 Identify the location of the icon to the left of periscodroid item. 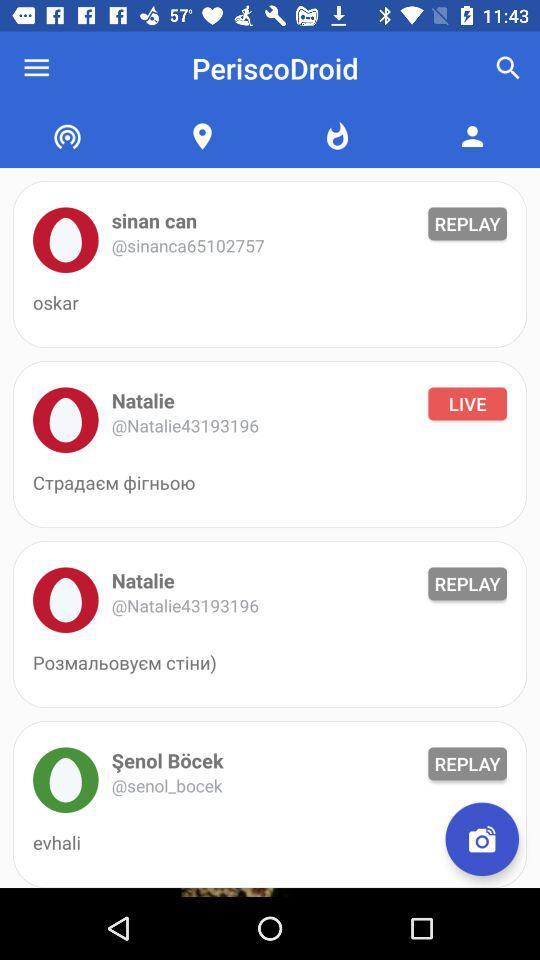
(36, 68).